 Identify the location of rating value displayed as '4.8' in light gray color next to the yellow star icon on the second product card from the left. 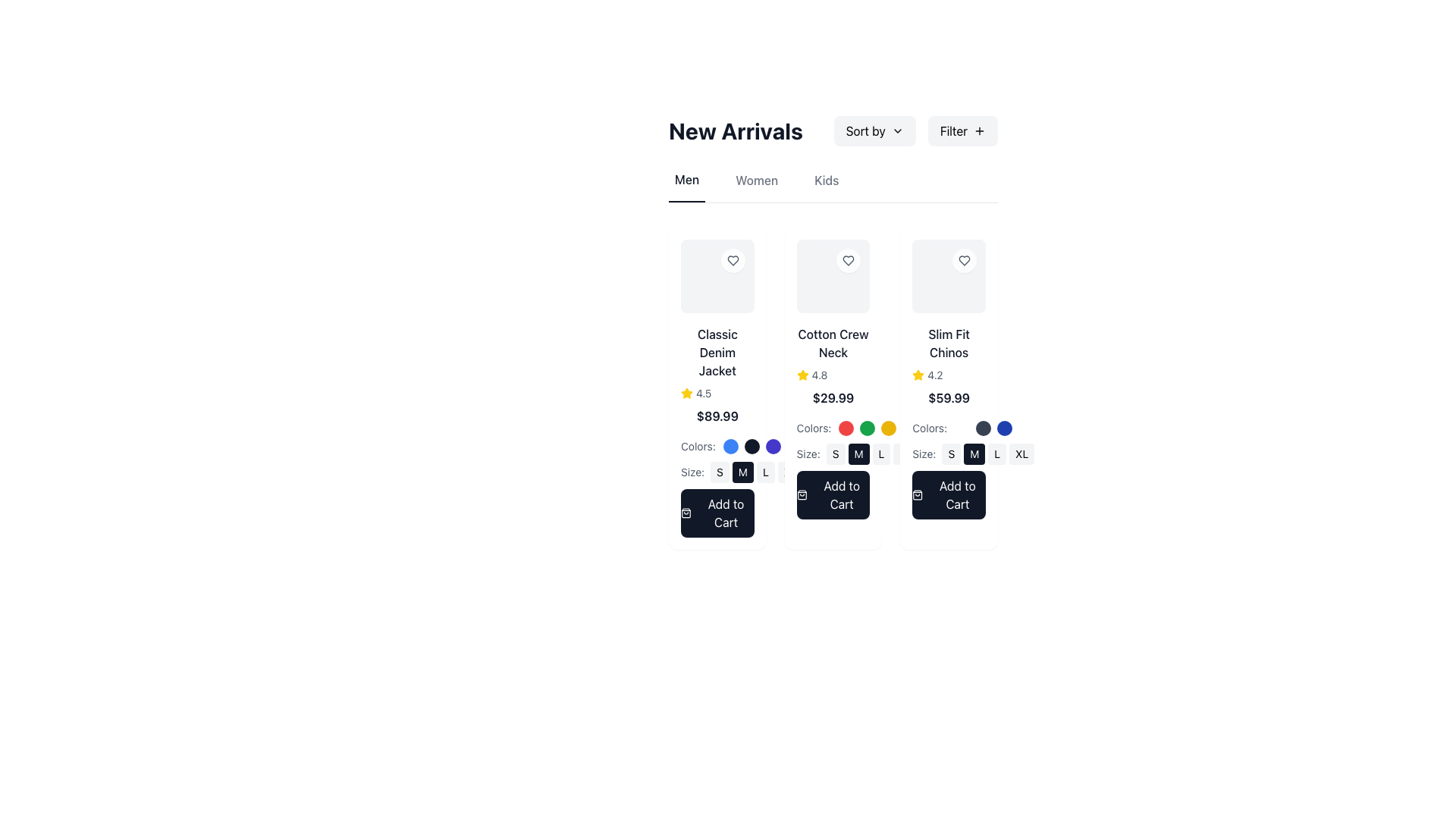
(818, 375).